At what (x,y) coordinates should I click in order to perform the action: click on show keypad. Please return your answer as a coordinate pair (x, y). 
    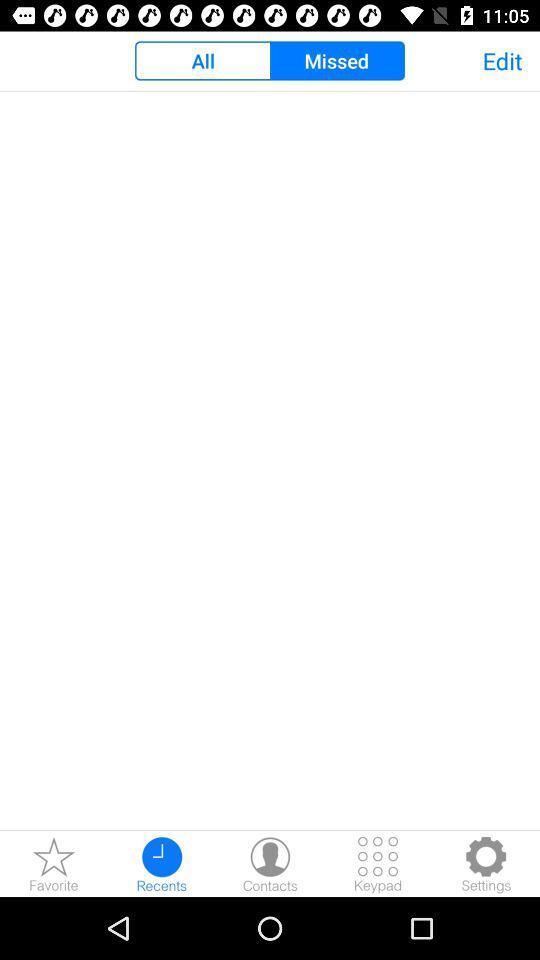
    Looking at the image, I should click on (378, 863).